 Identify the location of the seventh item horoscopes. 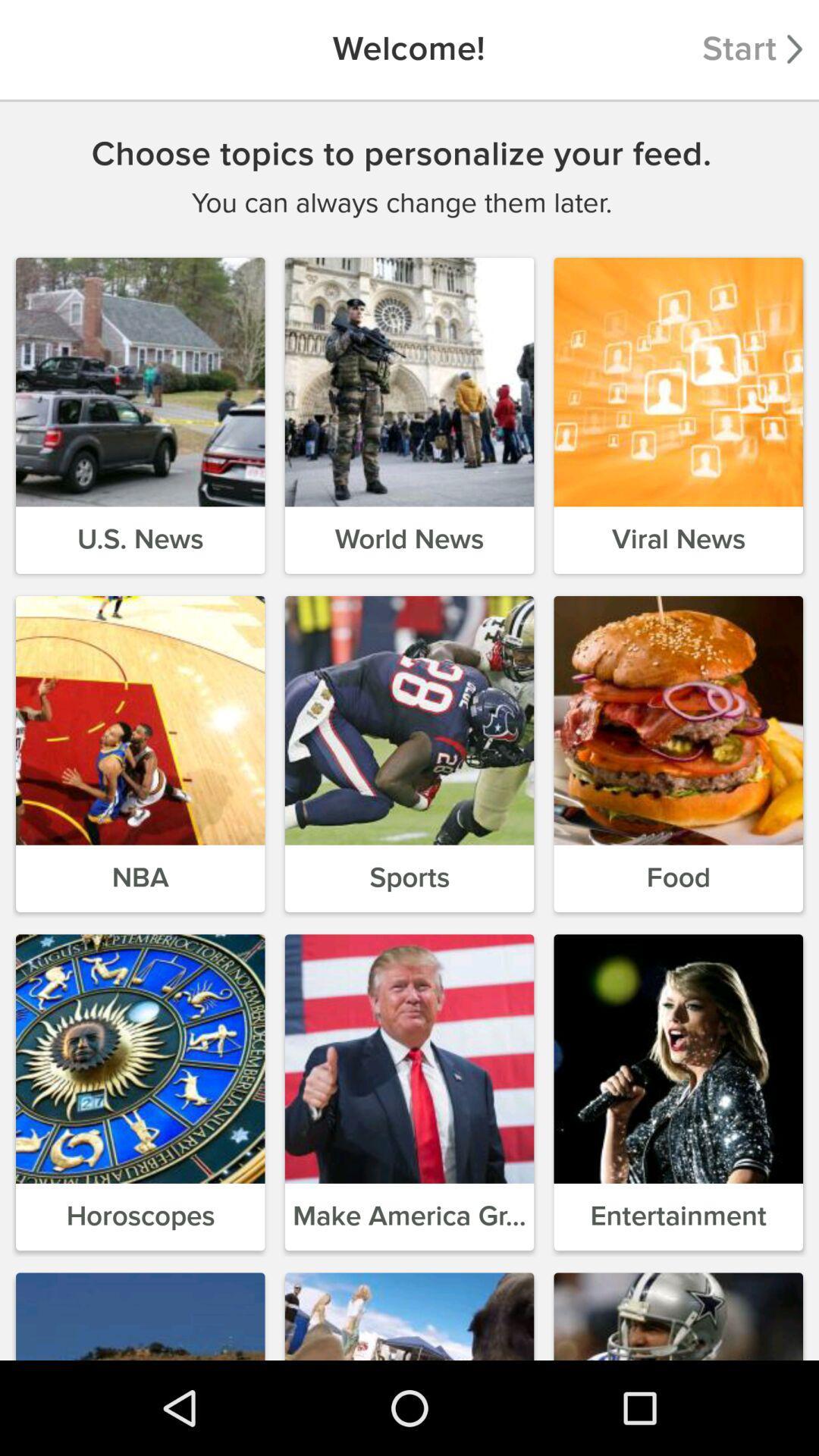
(140, 1092).